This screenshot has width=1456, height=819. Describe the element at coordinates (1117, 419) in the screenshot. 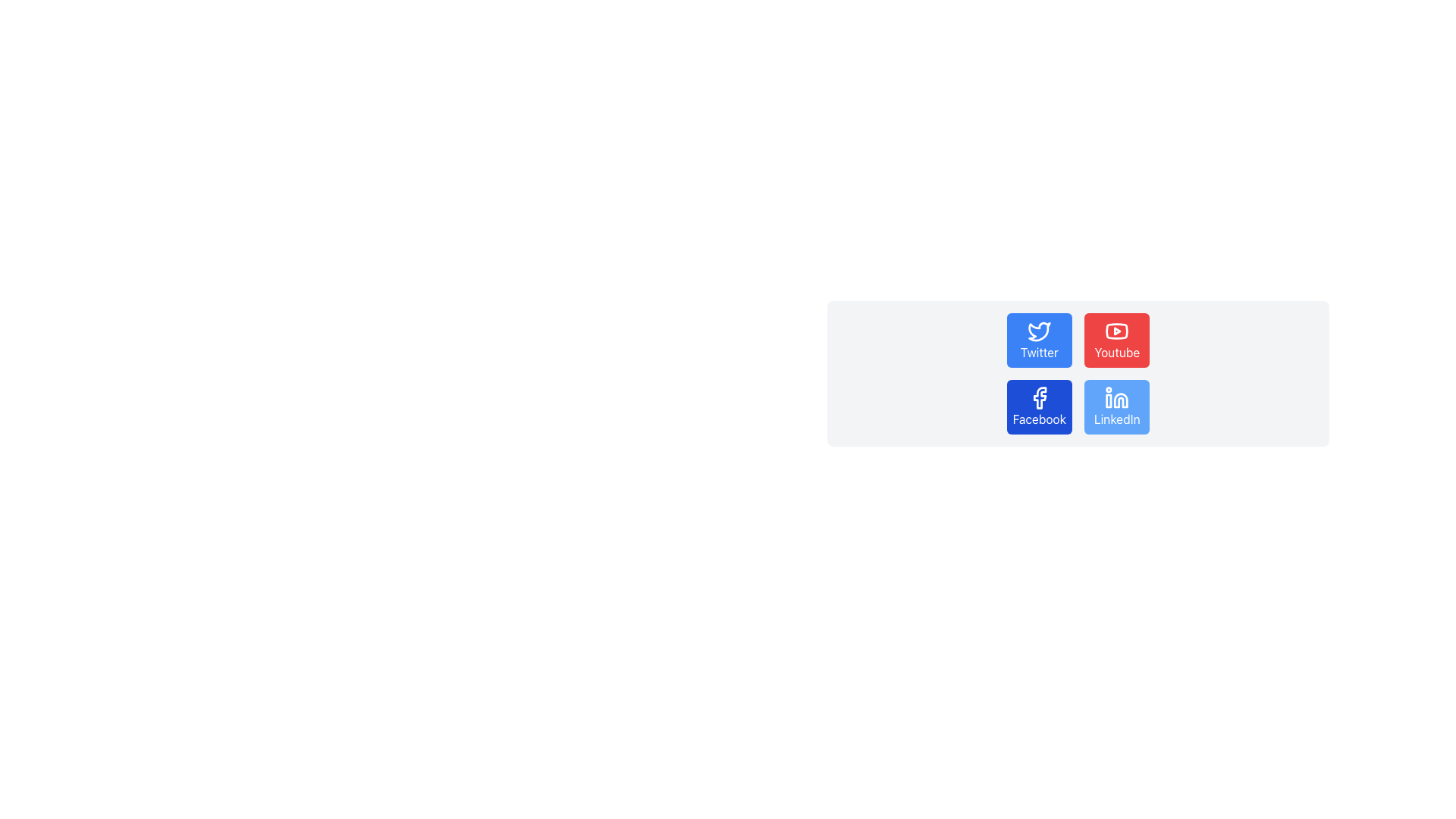

I see `the text within the LinkedIn button` at that location.